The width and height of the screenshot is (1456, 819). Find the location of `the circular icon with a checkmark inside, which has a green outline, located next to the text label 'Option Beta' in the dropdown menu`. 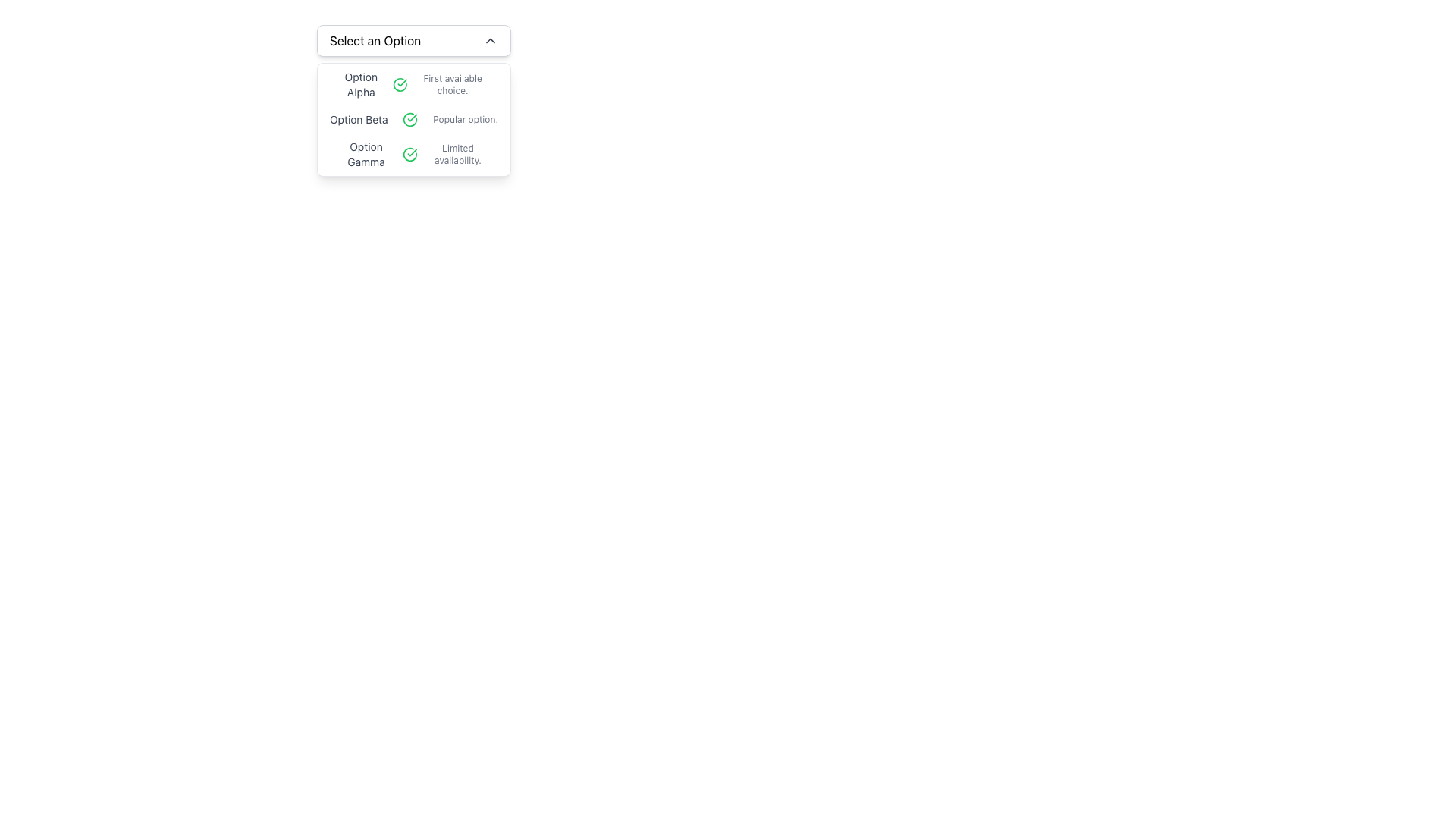

the circular icon with a checkmark inside, which has a green outline, located next to the text label 'Option Beta' in the dropdown menu is located at coordinates (410, 119).